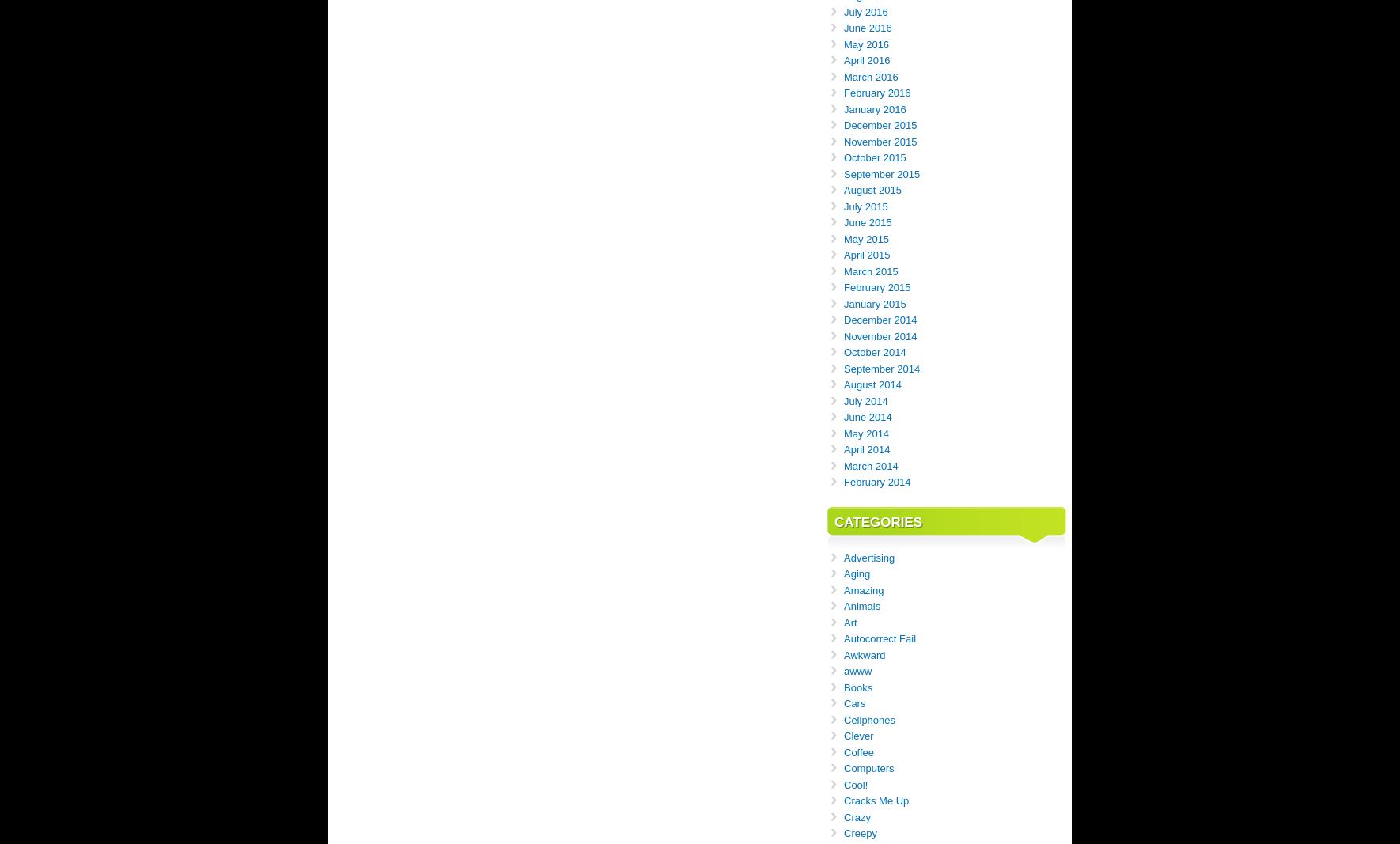  What do you see at coordinates (868, 768) in the screenshot?
I see `'Computers'` at bounding box center [868, 768].